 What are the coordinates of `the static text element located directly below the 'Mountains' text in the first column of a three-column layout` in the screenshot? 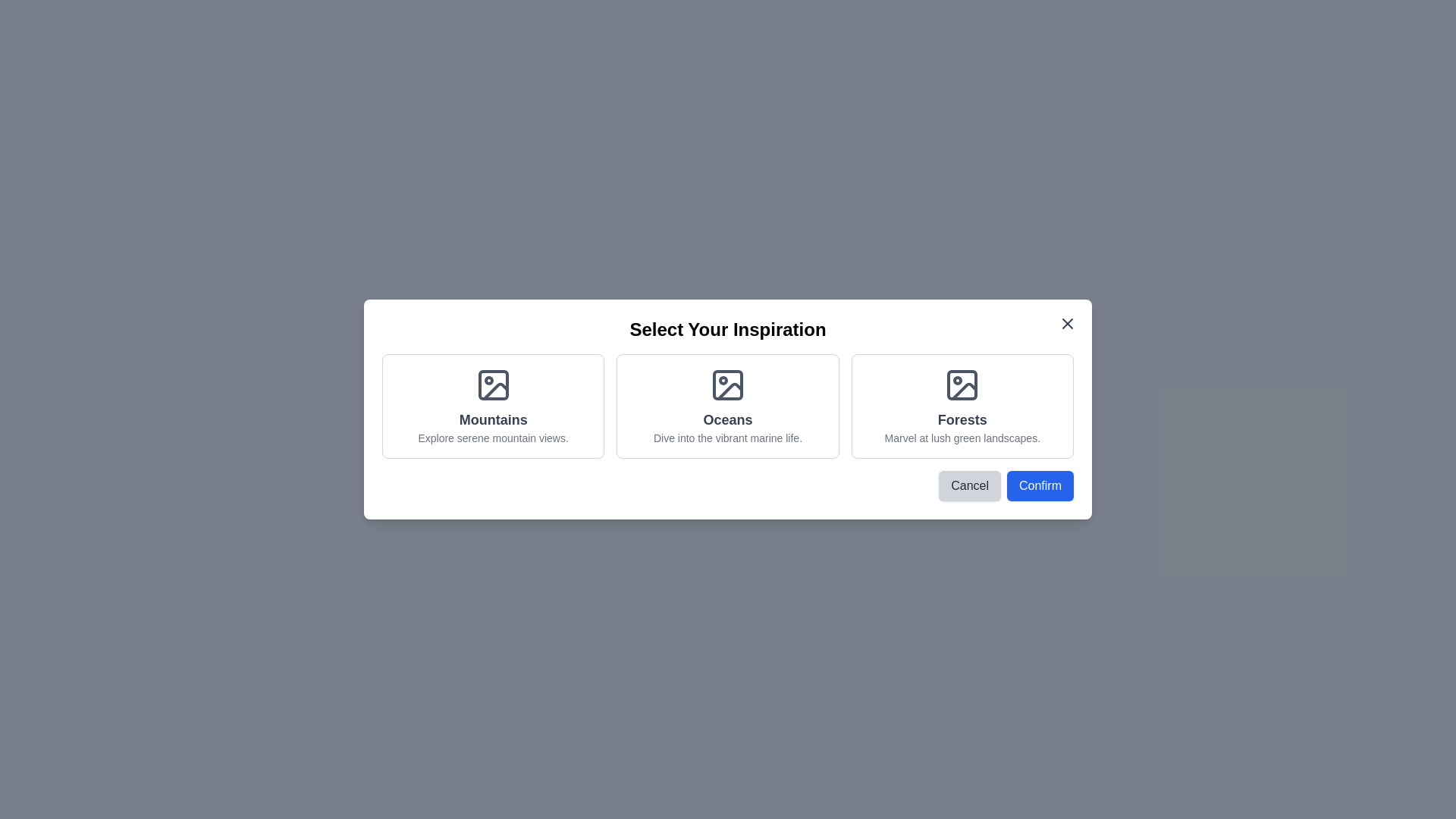 It's located at (493, 438).